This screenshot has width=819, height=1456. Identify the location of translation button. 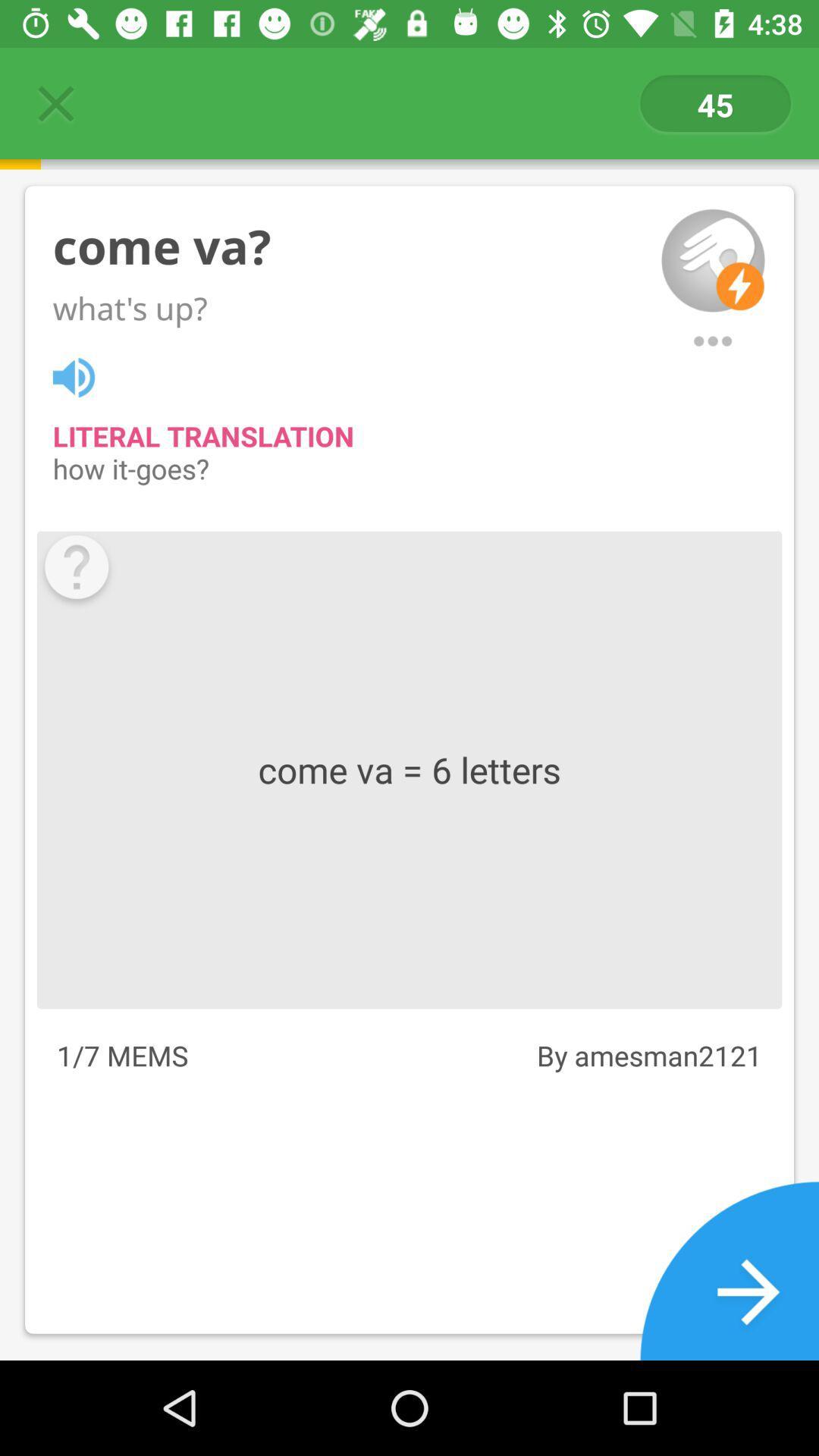
(82, 375).